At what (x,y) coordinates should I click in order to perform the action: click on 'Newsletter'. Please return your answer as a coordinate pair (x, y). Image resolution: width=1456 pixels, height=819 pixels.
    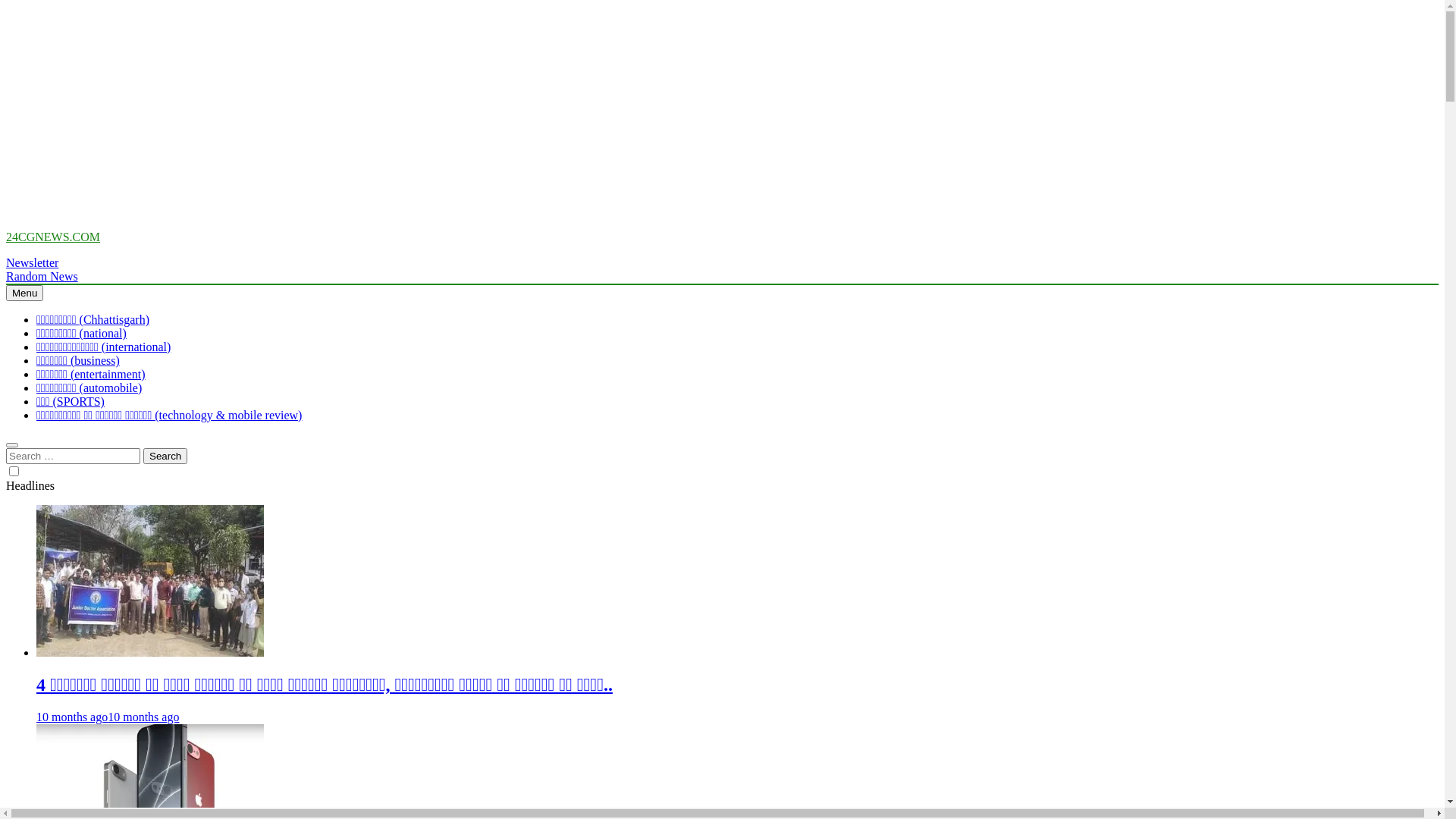
    Looking at the image, I should click on (32, 262).